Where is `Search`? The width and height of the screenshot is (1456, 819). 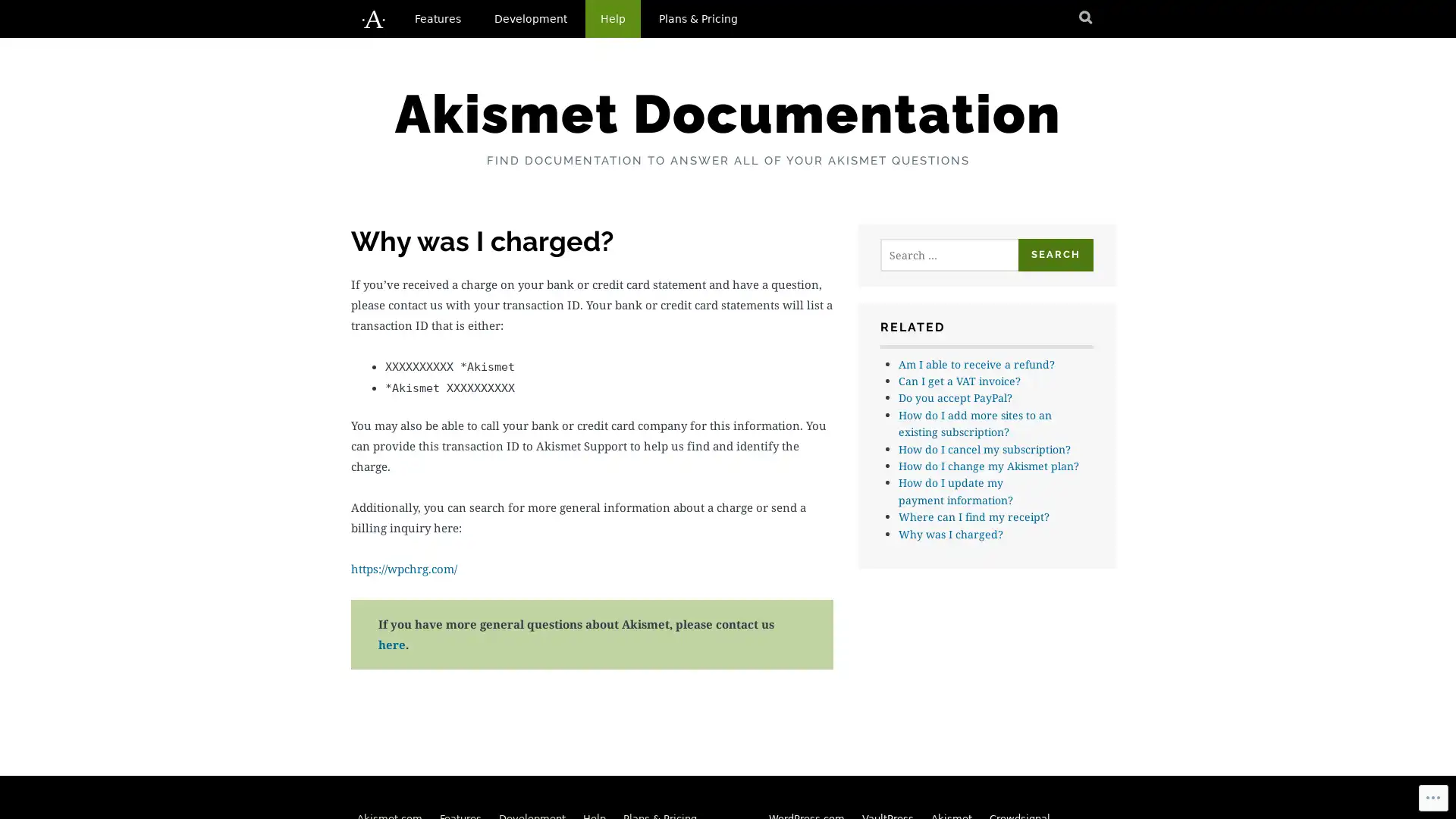 Search is located at coordinates (1055, 254).